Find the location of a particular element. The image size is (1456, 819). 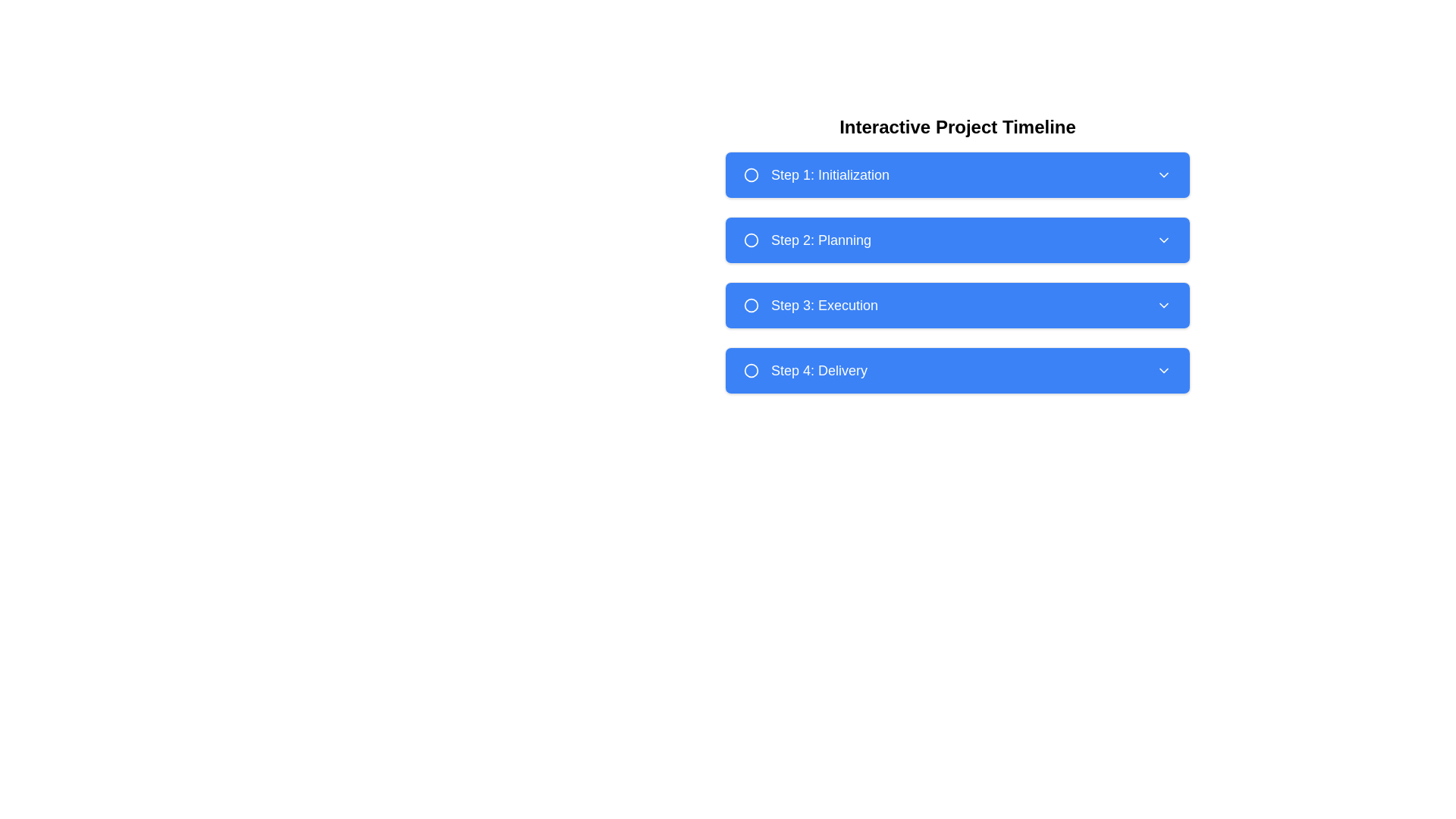

text label indicating the fourth step in the sequence titled 'Delivery', positioned in the blue rectangular box as the last item in the sequence is located at coordinates (818, 371).